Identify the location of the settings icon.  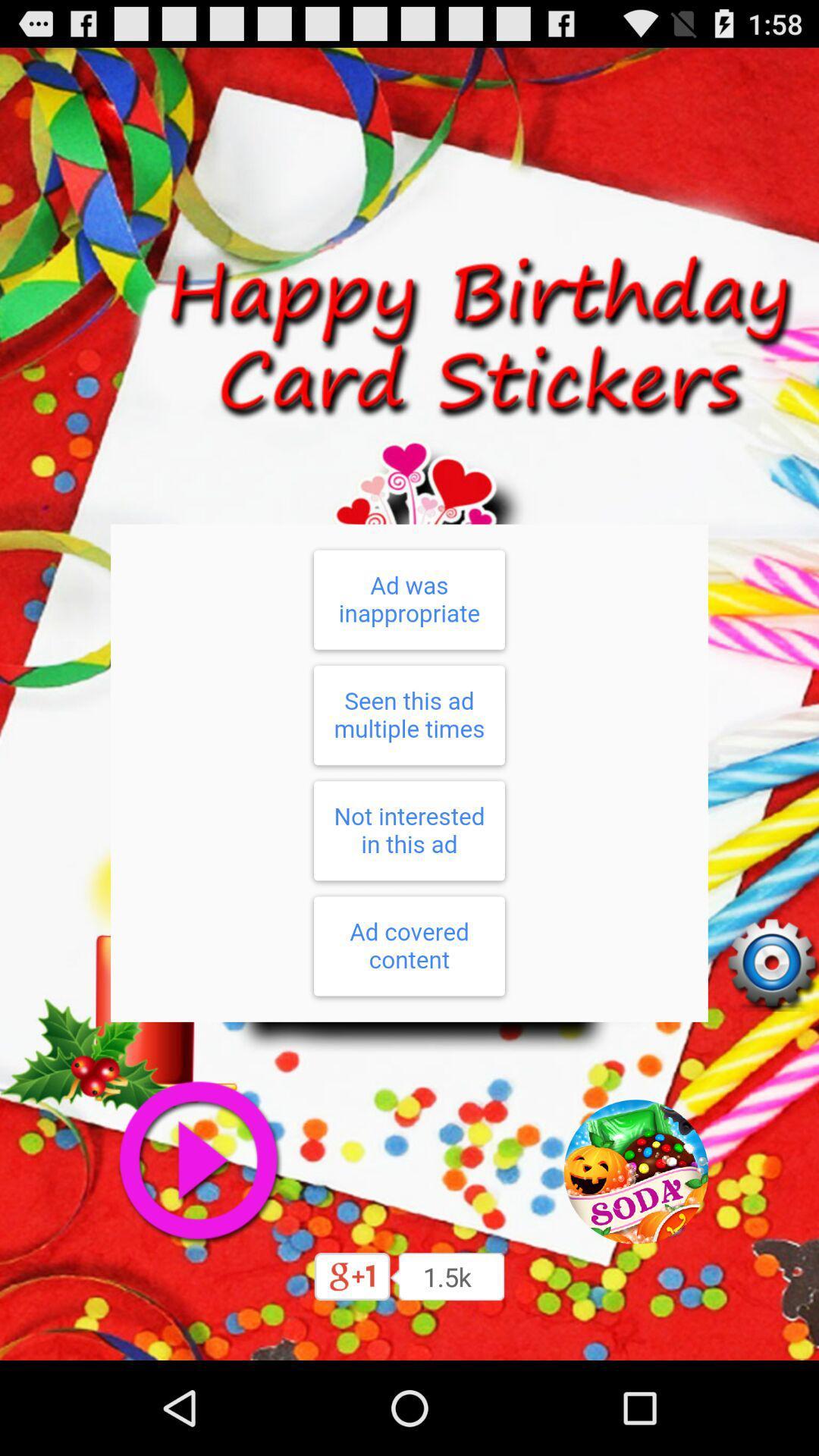
(771, 1031).